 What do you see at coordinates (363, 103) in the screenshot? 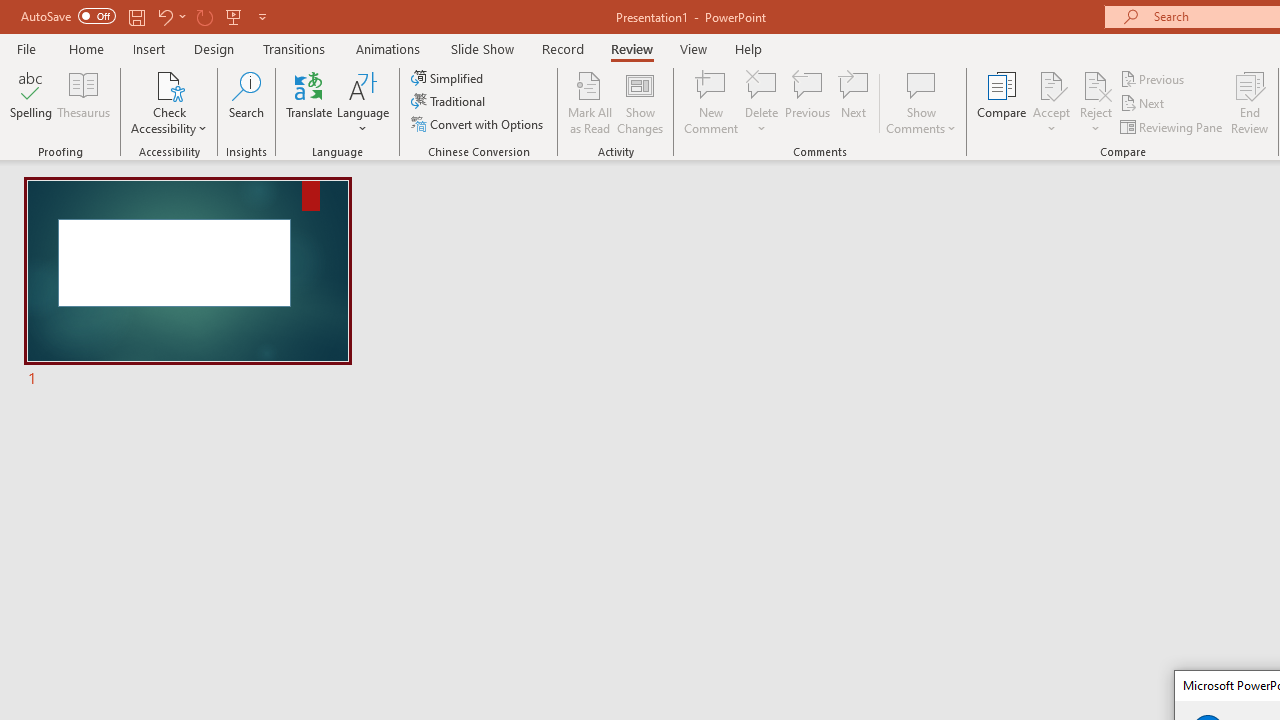
I see `'Language'` at bounding box center [363, 103].